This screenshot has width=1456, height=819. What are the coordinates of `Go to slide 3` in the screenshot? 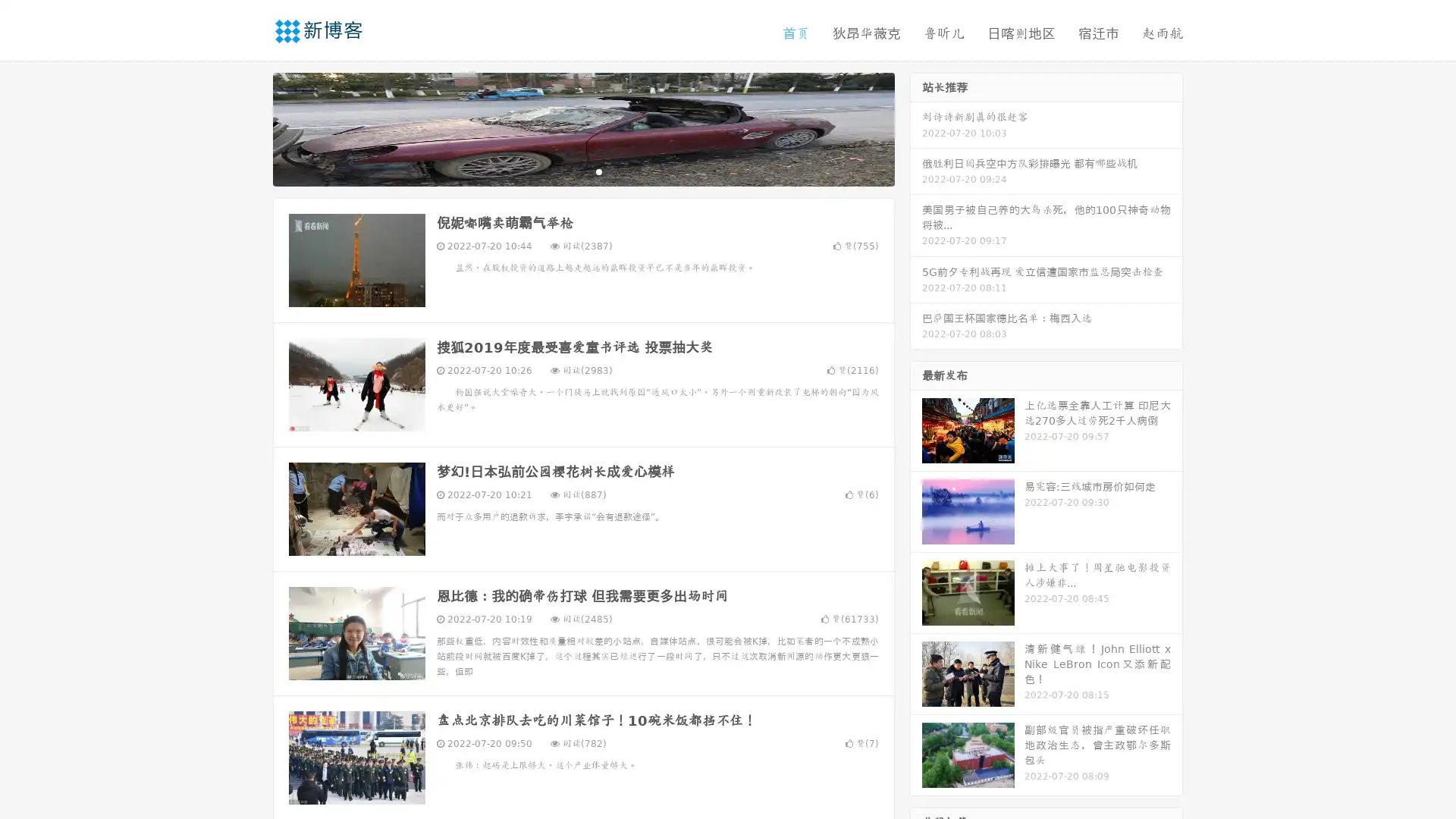 It's located at (598, 171).